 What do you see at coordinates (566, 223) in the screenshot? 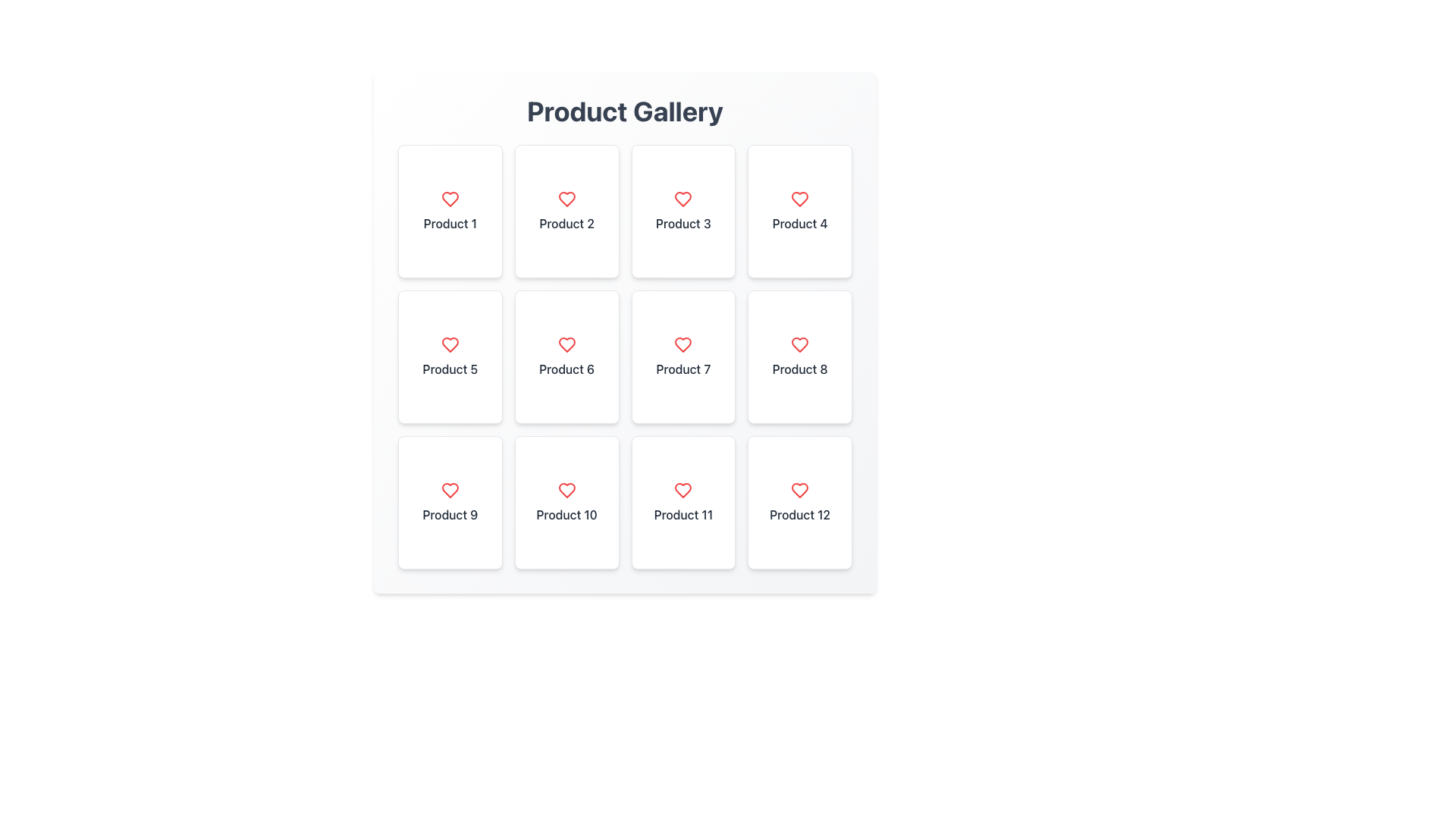
I see `the text element displaying 'Product 2', which is located in the second card of a 4x3 grid arrangement, positioned directly under a heart icon` at bounding box center [566, 223].